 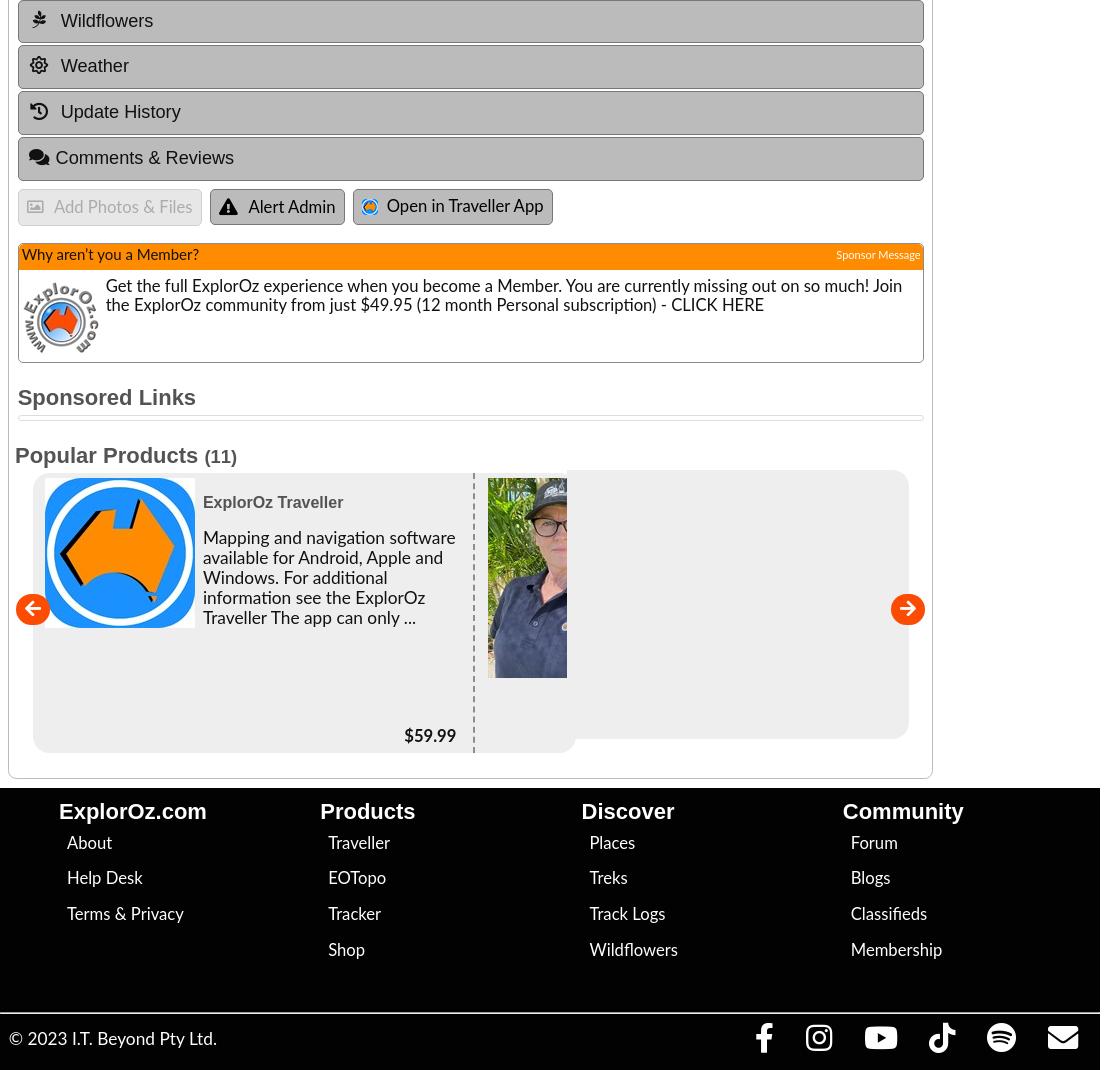 What do you see at coordinates (52, 206) in the screenshot?
I see `'Add Photos & Files'` at bounding box center [52, 206].